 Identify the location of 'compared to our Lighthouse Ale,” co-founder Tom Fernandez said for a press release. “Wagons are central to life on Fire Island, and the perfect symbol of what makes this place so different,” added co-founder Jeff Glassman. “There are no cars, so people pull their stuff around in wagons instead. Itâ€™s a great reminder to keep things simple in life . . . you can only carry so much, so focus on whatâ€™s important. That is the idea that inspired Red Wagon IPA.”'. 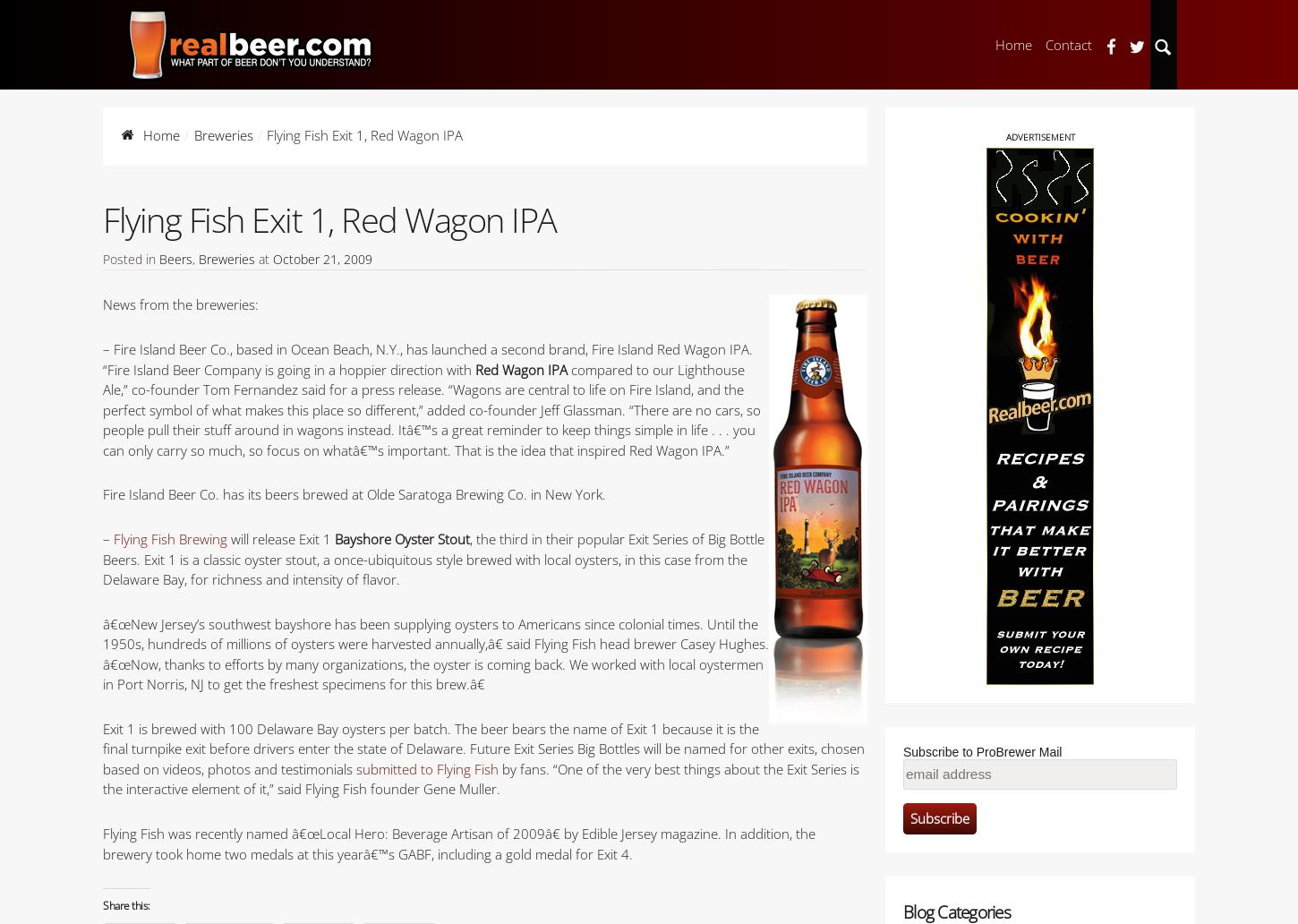
(431, 407).